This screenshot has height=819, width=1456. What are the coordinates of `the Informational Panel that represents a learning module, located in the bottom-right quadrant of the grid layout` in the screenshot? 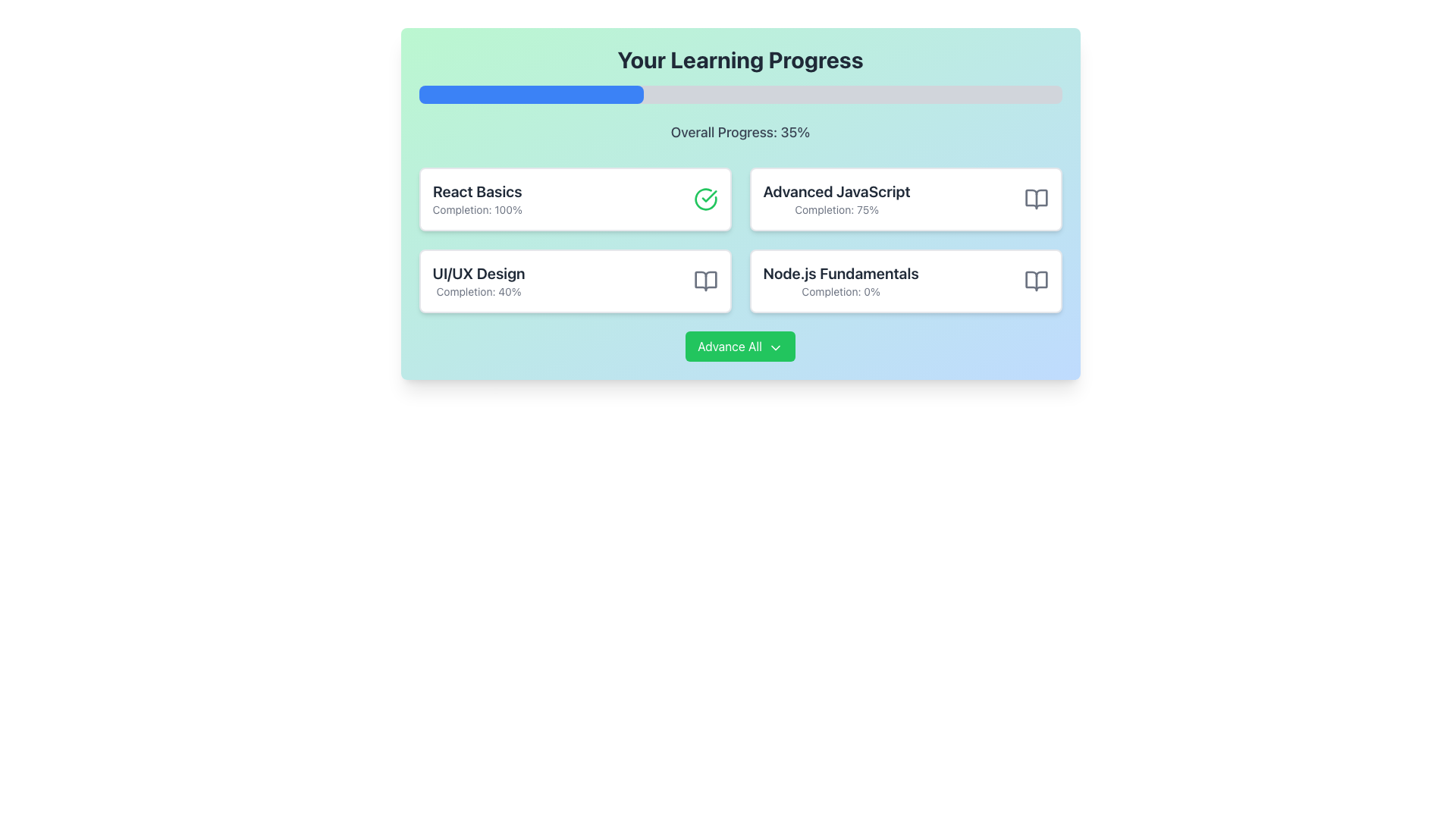 It's located at (905, 281).